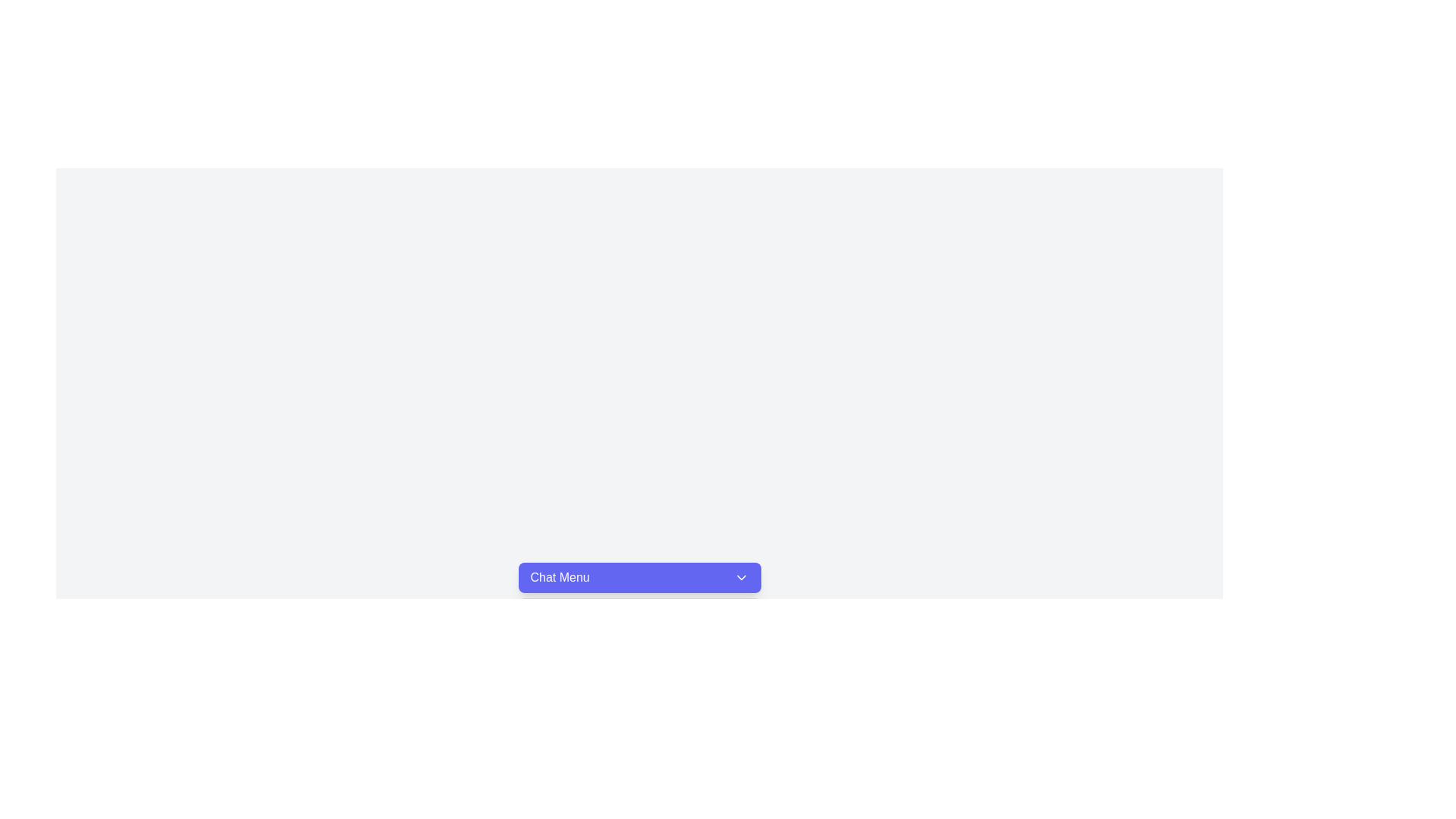  I want to click on the 'Chat Menu' button with a blue background and white text, so click(639, 578).